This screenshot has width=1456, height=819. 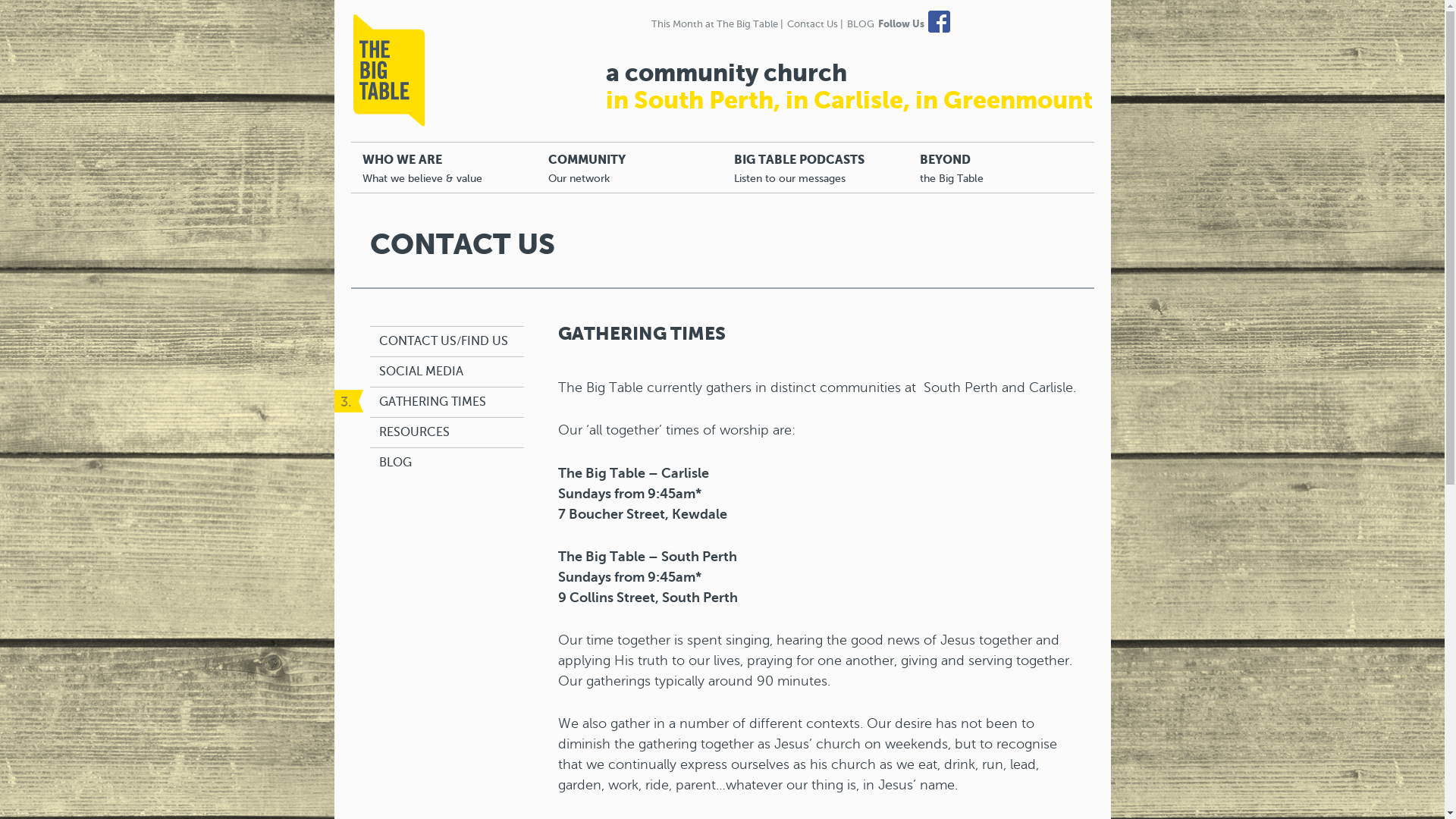 What do you see at coordinates (431, 401) in the screenshot?
I see `'GATHERING TIMES'` at bounding box center [431, 401].